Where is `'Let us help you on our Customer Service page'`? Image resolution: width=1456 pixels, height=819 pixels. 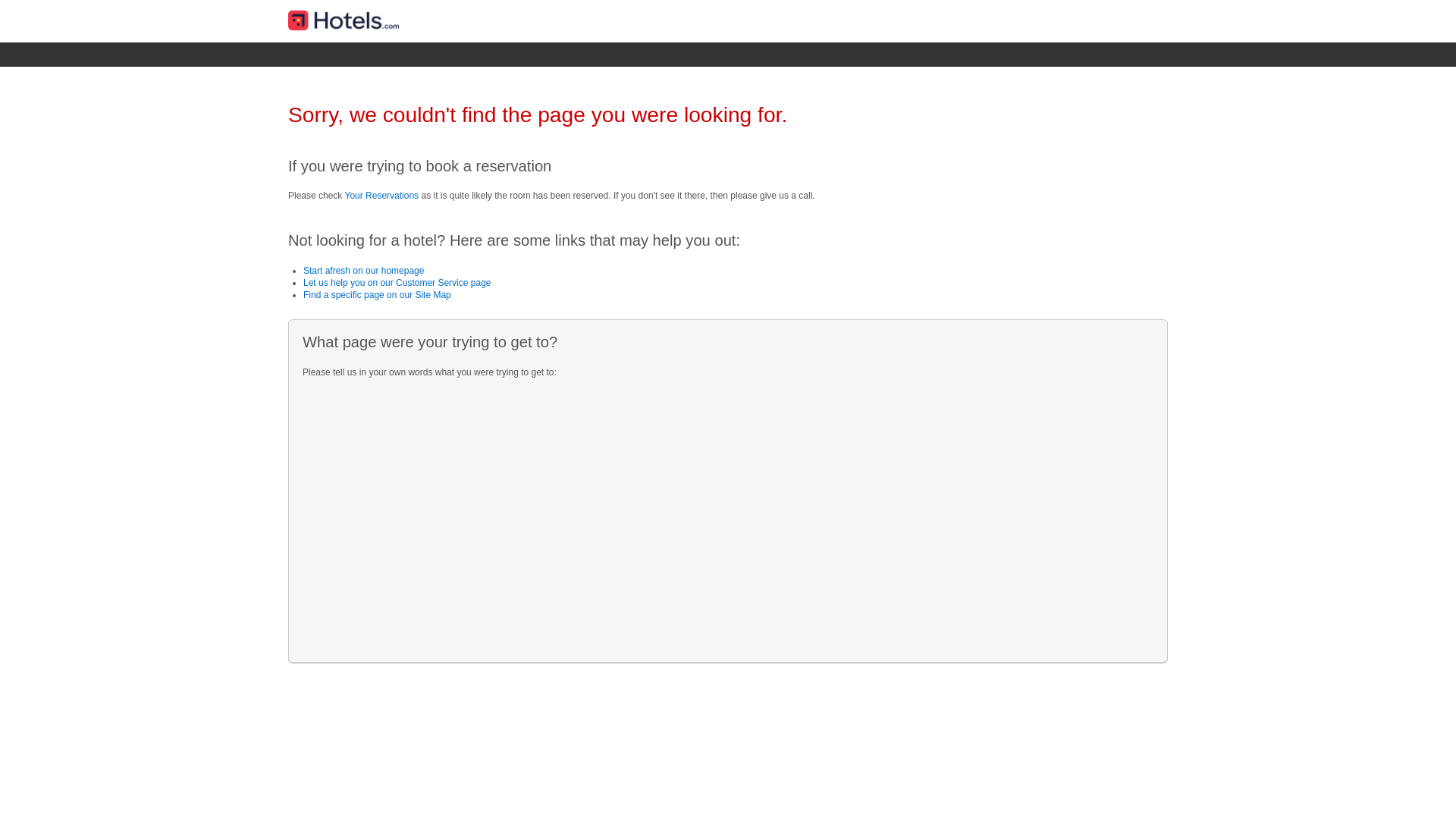 'Let us help you on our Customer Service page' is located at coordinates (397, 283).